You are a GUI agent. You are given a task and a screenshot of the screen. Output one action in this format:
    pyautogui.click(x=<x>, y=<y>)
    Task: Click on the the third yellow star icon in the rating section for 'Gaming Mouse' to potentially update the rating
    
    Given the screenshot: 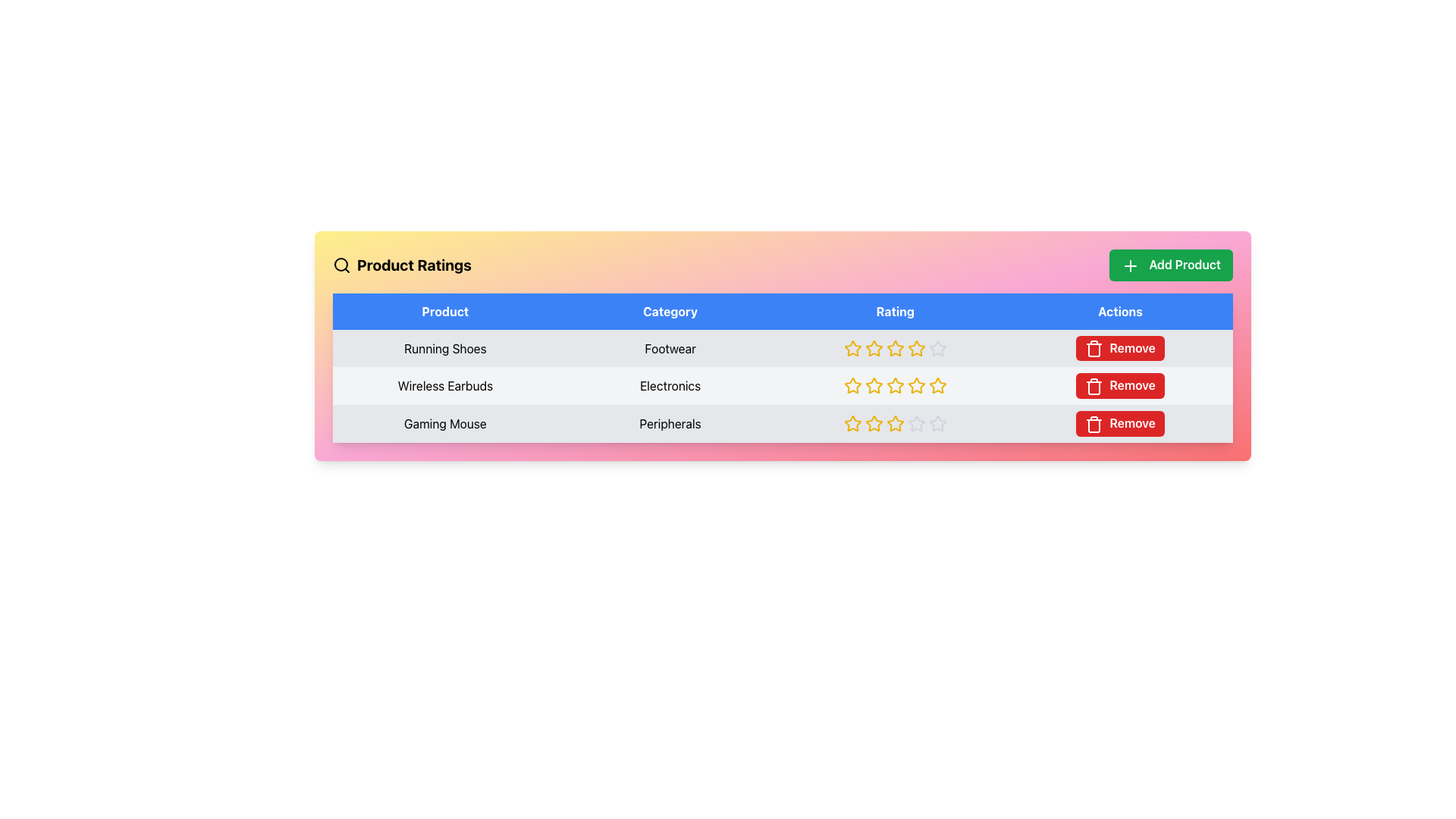 What is the action you would take?
    pyautogui.click(x=895, y=424)
    